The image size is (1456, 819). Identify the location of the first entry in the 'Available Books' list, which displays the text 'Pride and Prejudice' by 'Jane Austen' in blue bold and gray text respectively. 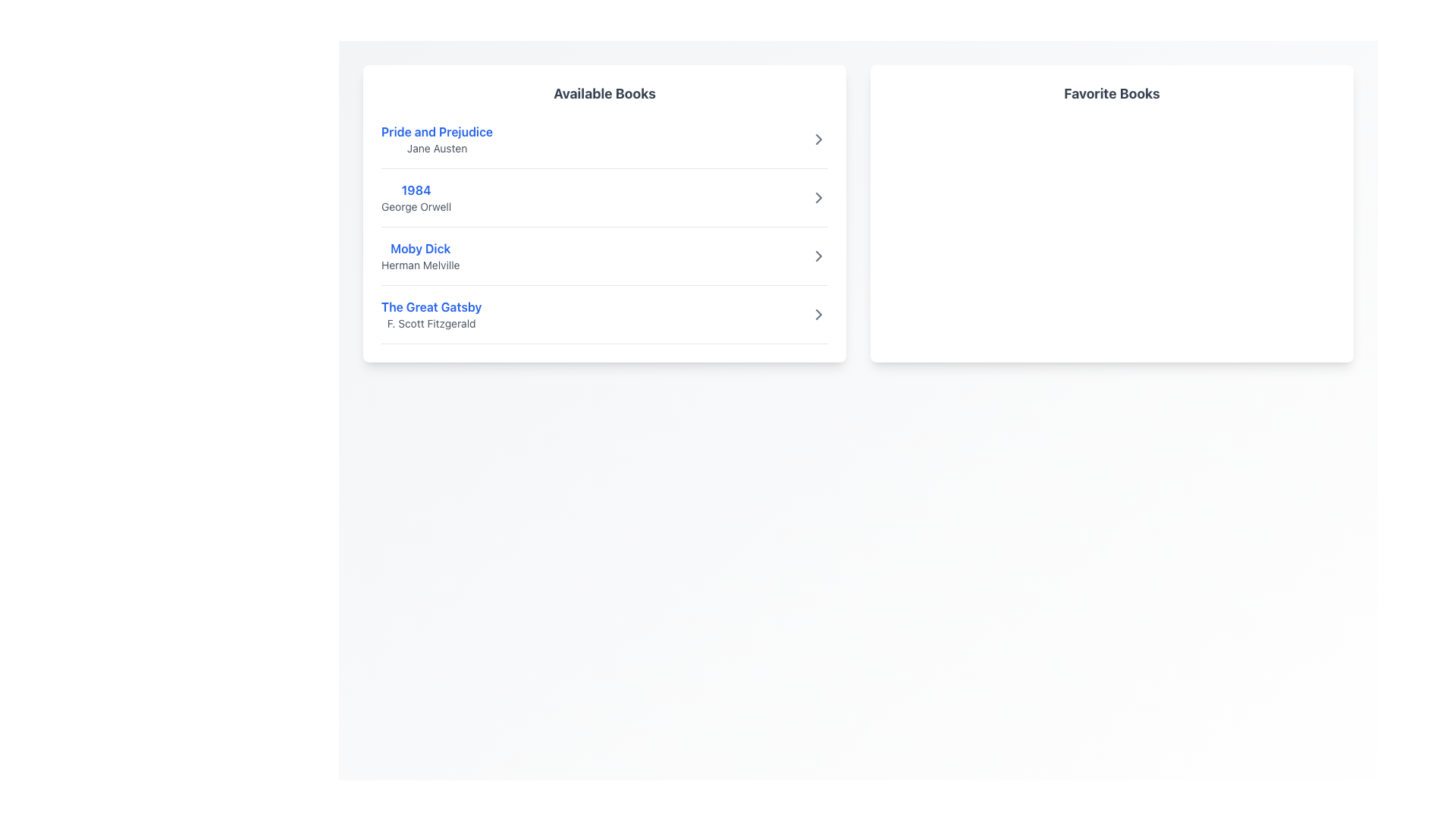
(436, 140).